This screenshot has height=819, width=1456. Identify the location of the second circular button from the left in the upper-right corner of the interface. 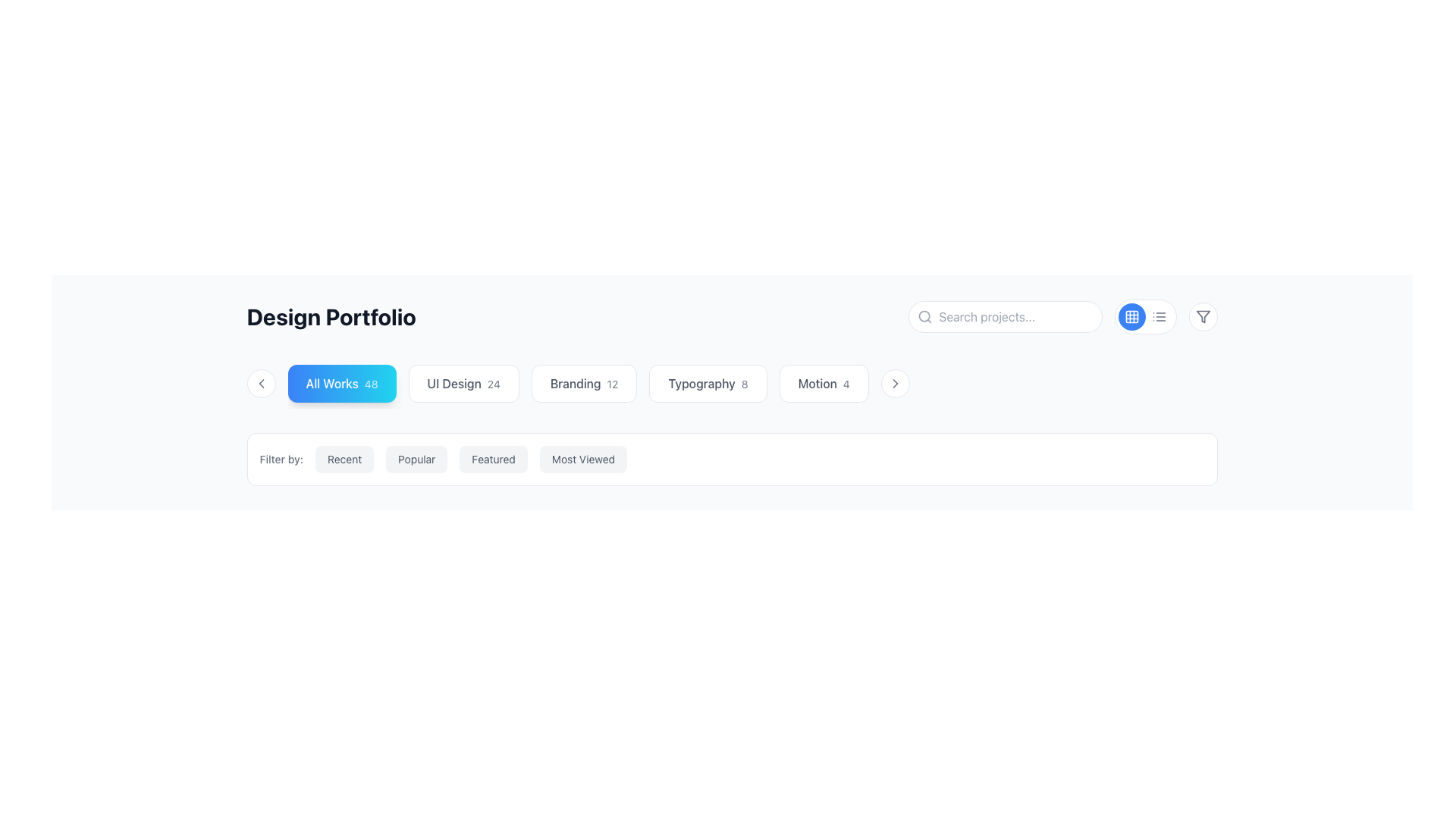
(1158, 315).